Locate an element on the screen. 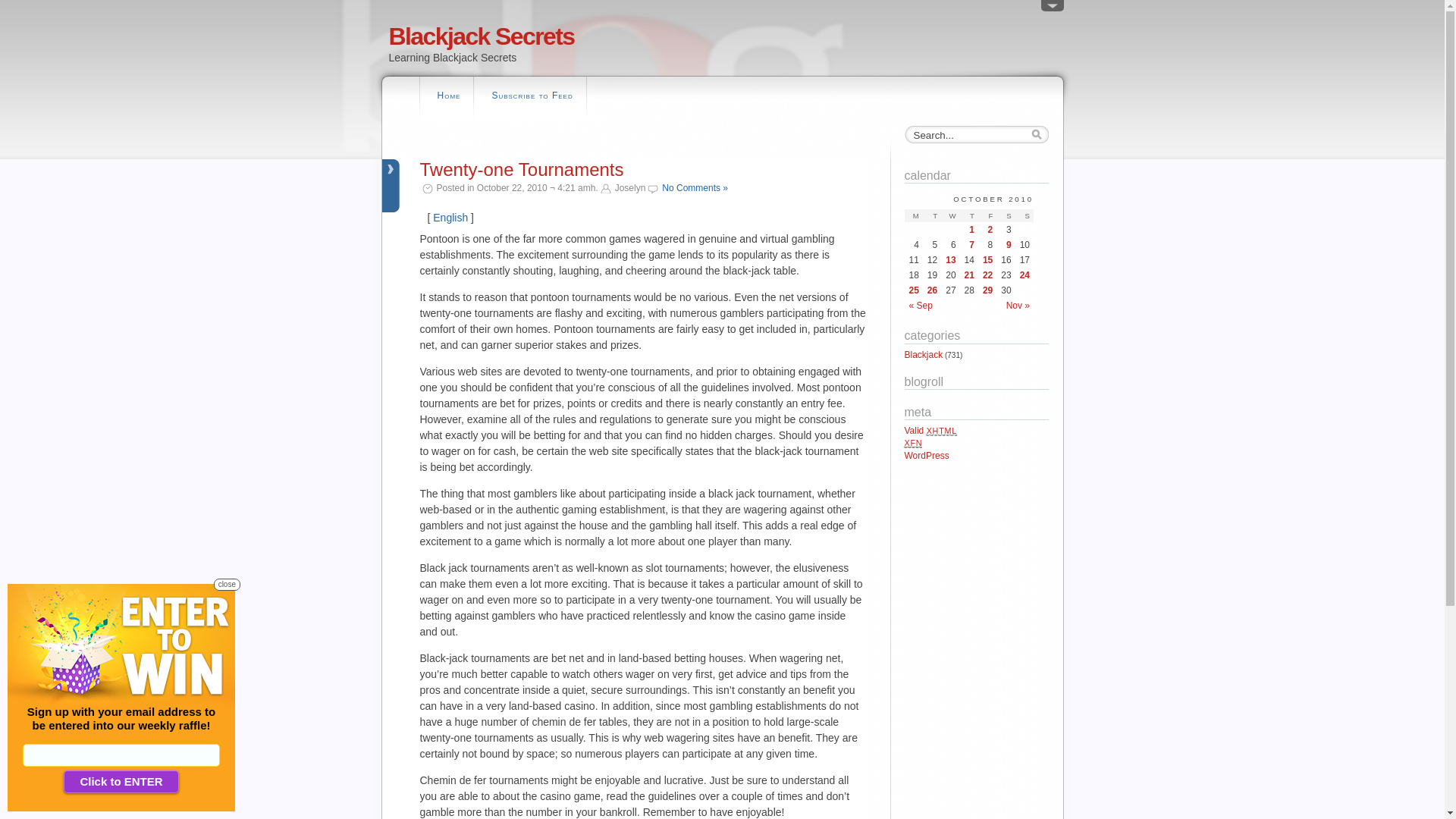 This screenshot has width=1456, height=819. '9' is located at coordinates (1006, 244).